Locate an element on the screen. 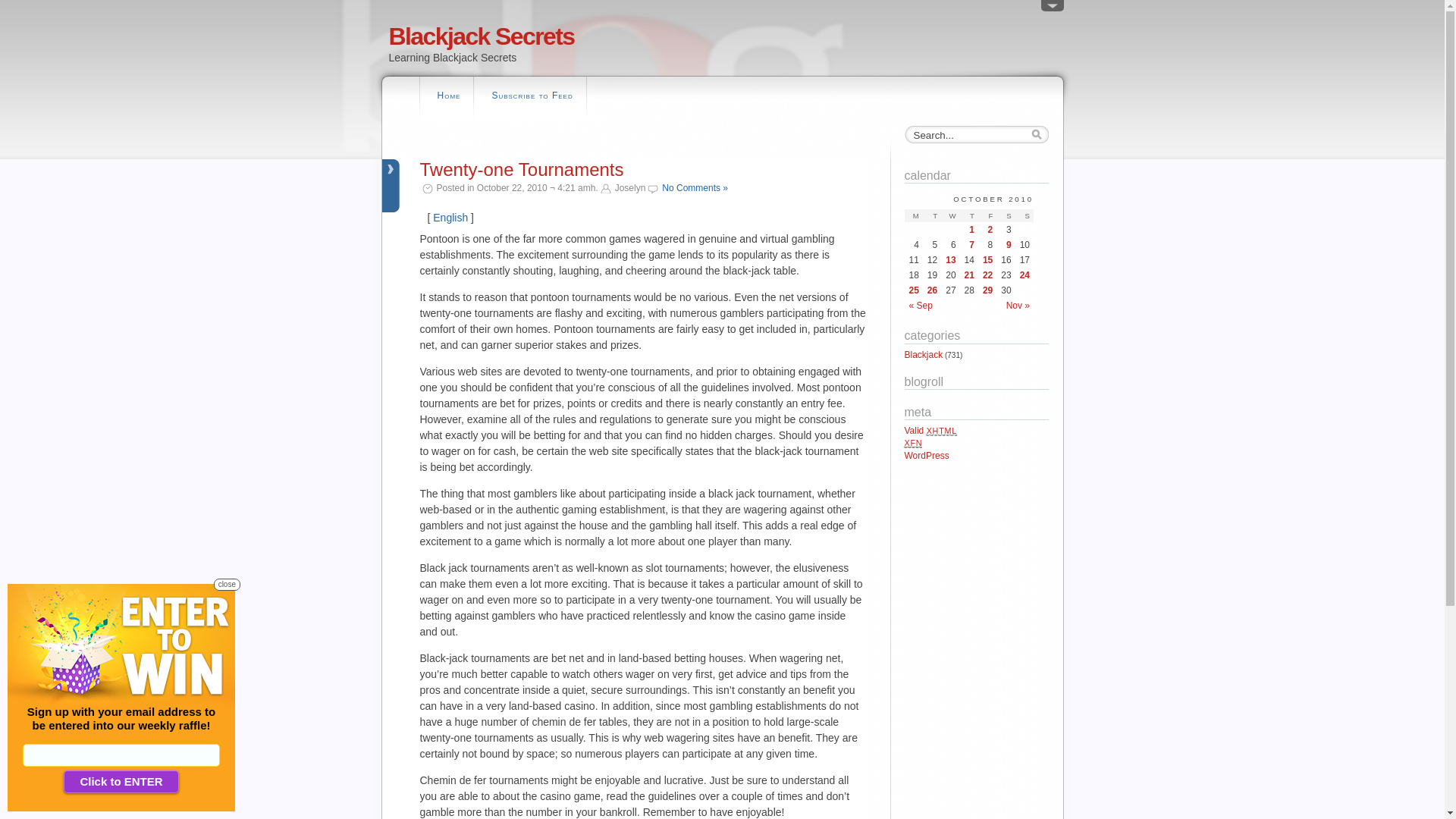 This screenshot has width=1456, height=819. '9' is located at coordinates (1006, 244).